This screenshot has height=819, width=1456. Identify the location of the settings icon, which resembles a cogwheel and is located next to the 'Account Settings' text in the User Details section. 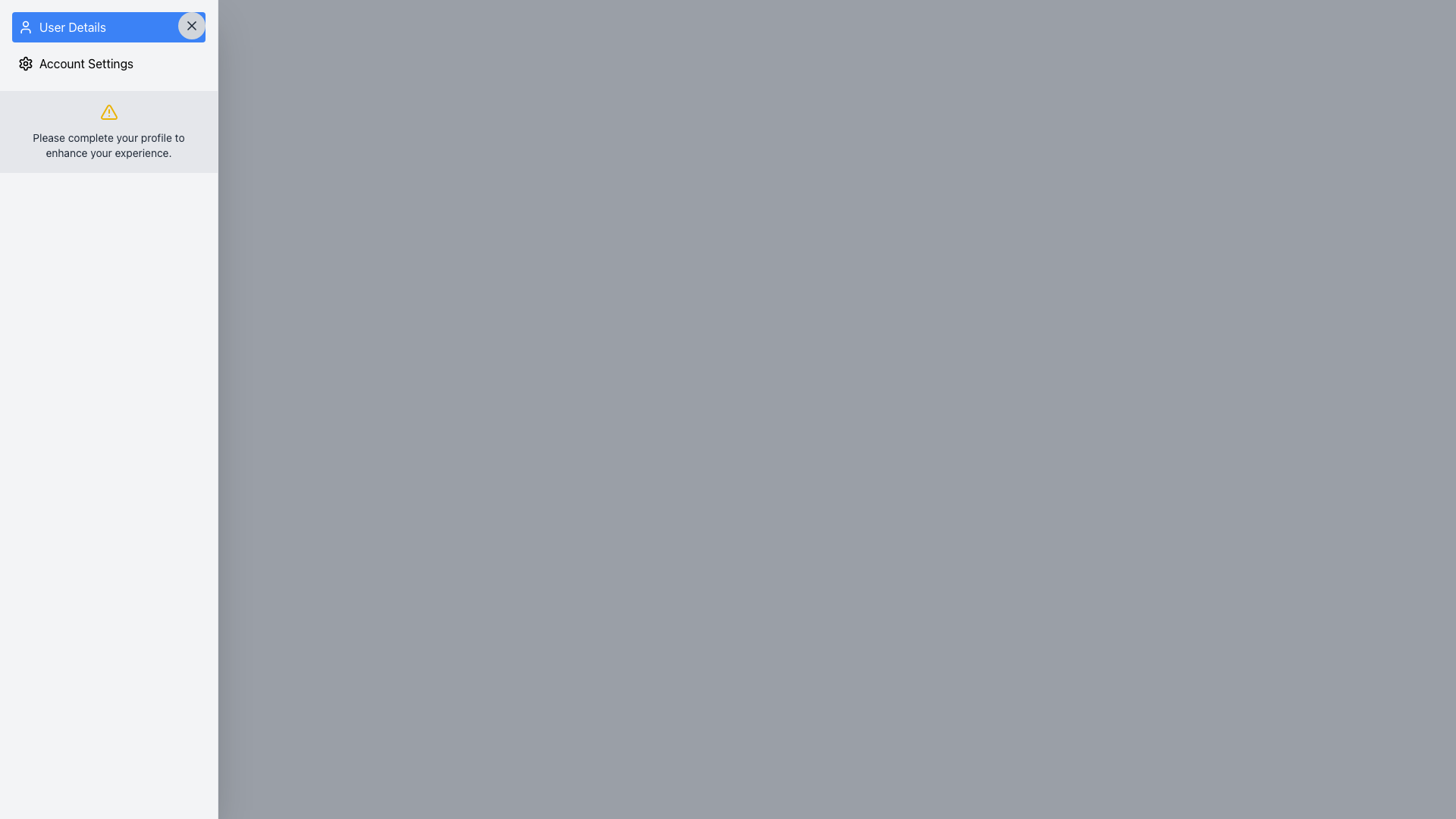
(25, 63).